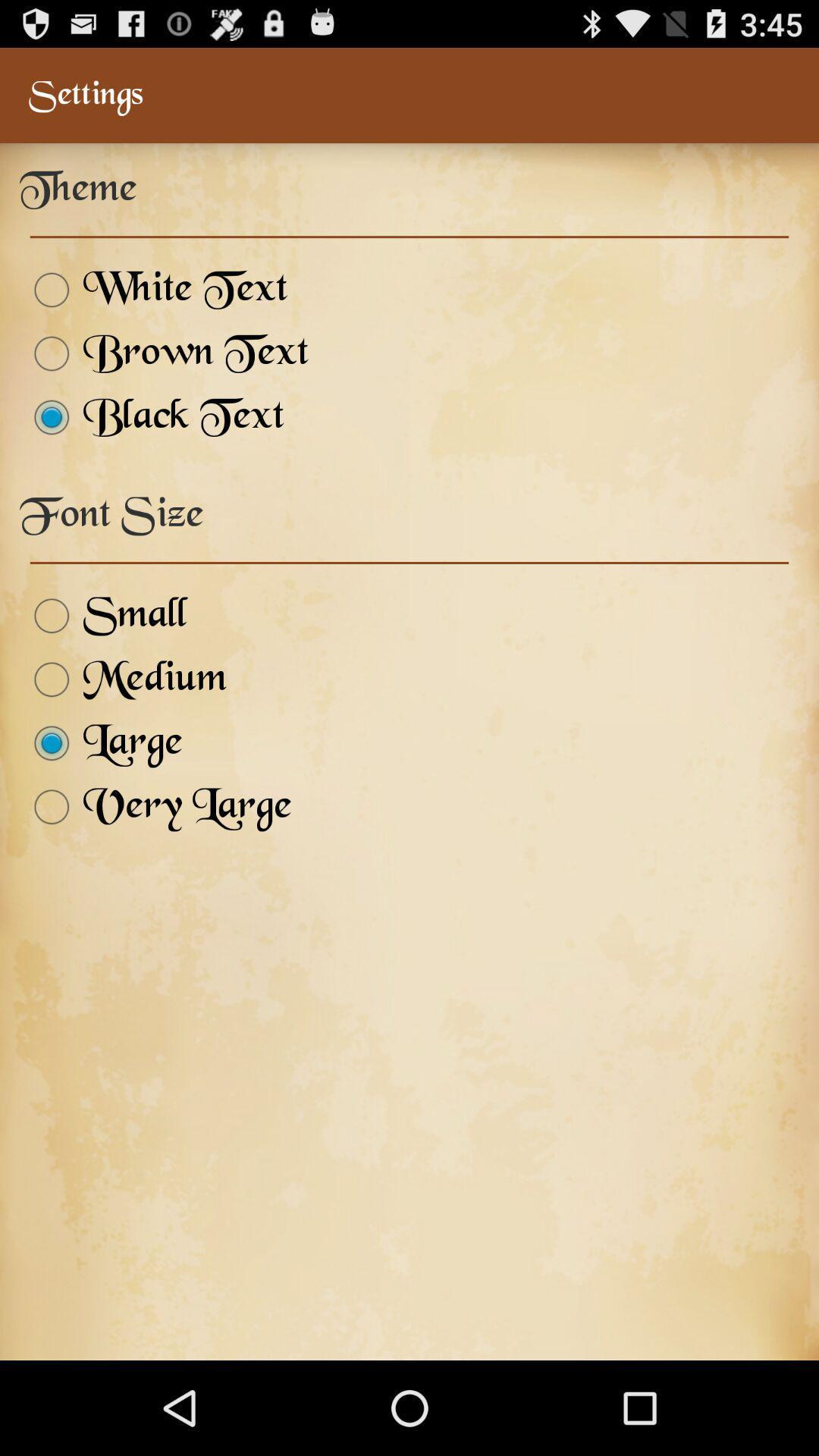 This screenshot has height=1456, width=819. Describe the element at coordinates (152, 417) in the screenshot. I see `the icon above the font size icon` at that location.